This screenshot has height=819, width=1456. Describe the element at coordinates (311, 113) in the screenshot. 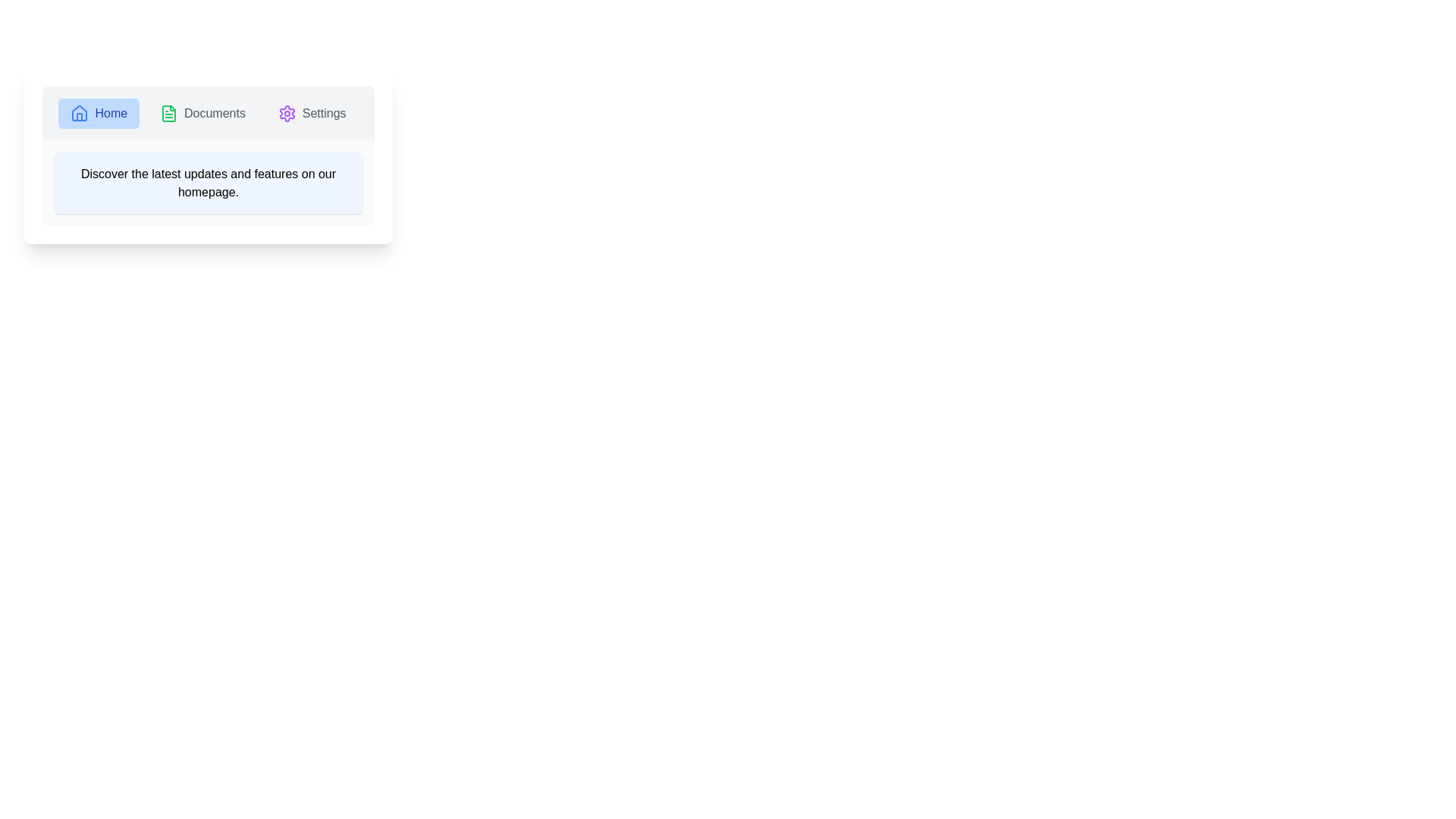

I see `the Settings tab by clicking on it` at that location.